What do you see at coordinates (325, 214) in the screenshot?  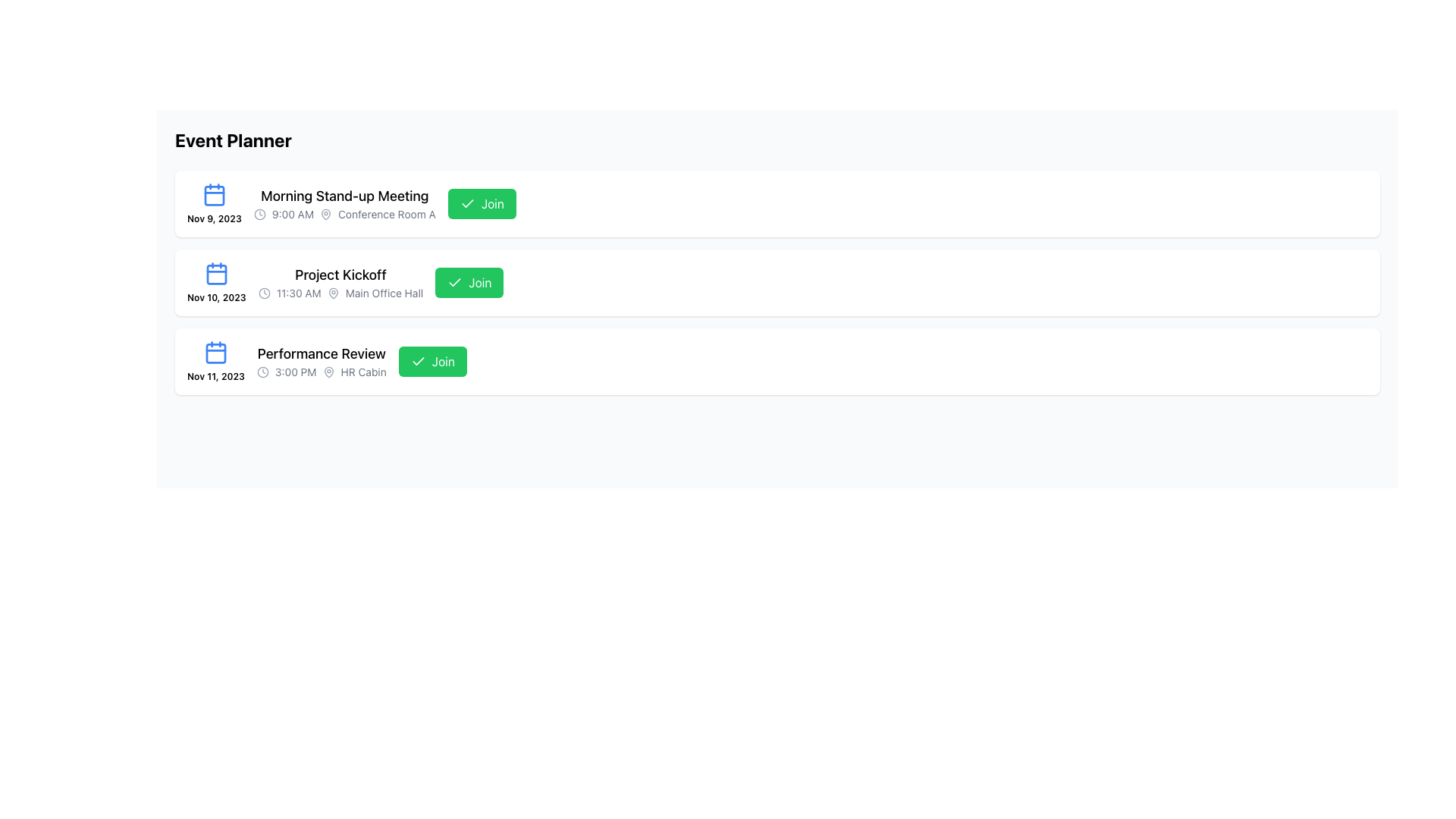 I see `the pin-shaped location marker icon adjacent to the text 'Conference Room A' in the 'Morning Stand-up Meeting' entry` at bounding box center [325, 214].